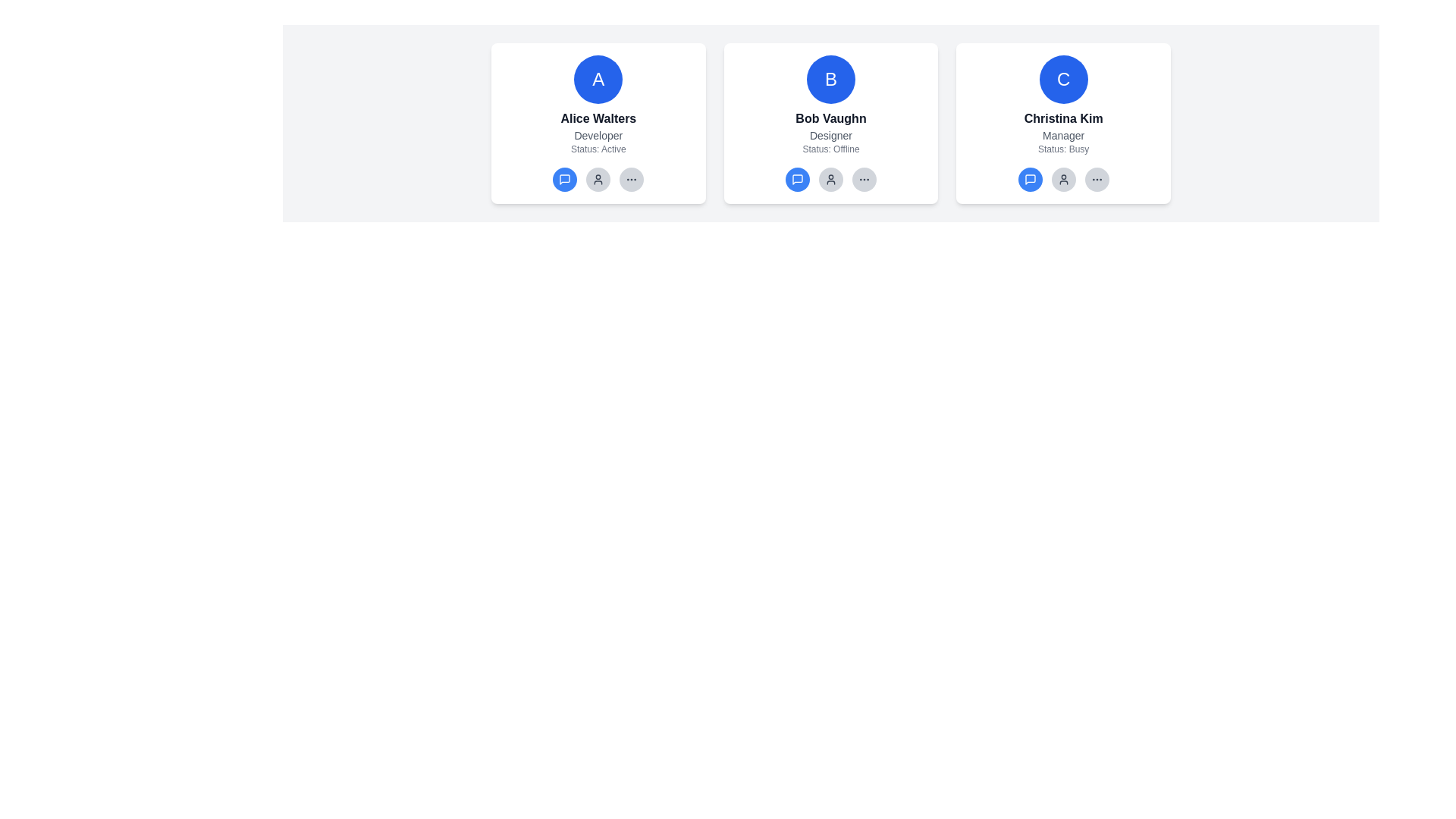 This screenshot has width=1456, height=819. What do you see at coordinates (830, 134) in the screenshot?
I see `the Text label indicating the role or designation of the individual in the profile card, which is positioned below 'Bob Vaughn' and above 'Status: Offline'` at bounding box center [830, 134].